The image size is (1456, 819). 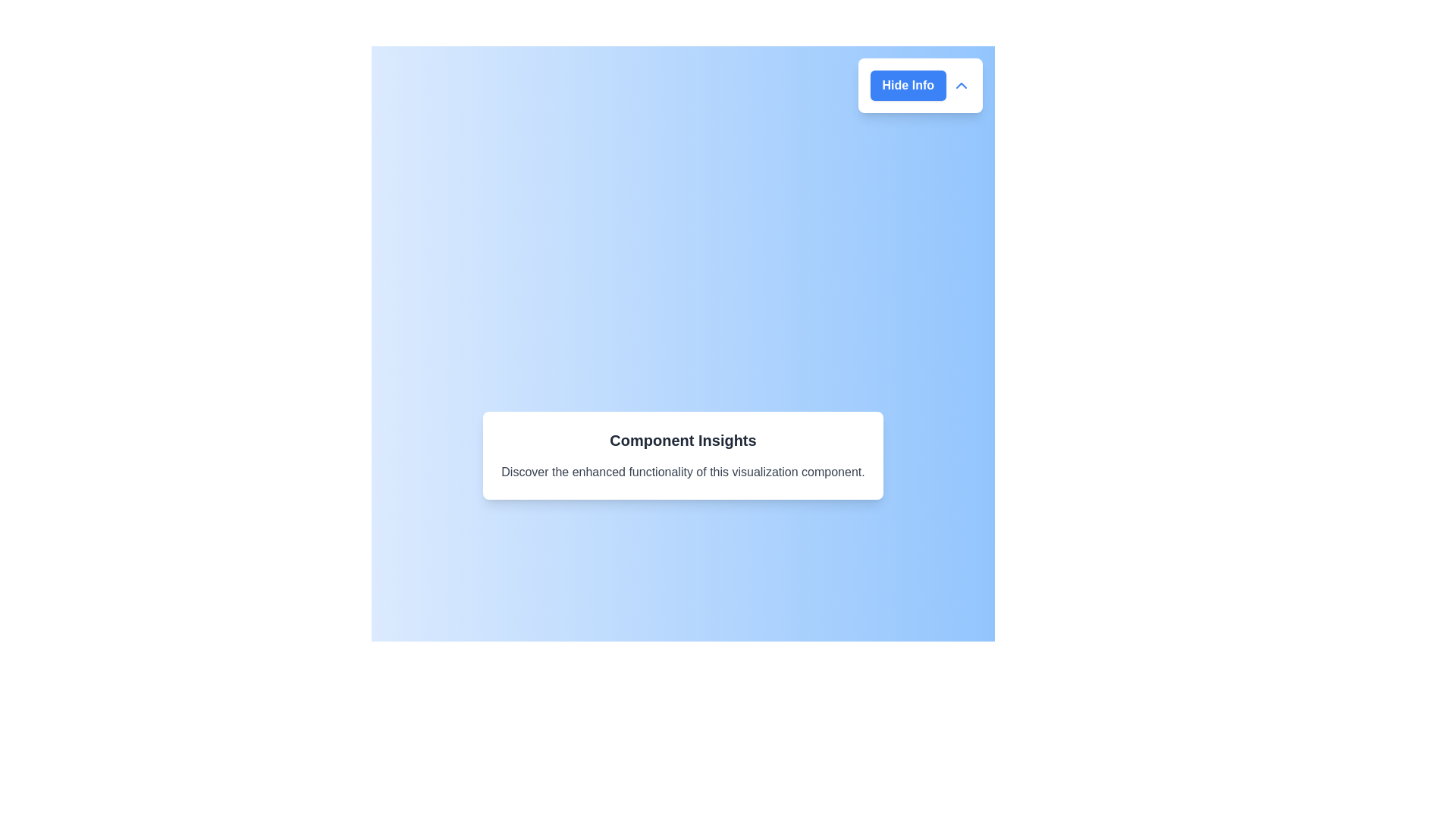 I want to click on the blue button labeled 'Hide Info' with a chevron icon, so click(x=919, y=85).